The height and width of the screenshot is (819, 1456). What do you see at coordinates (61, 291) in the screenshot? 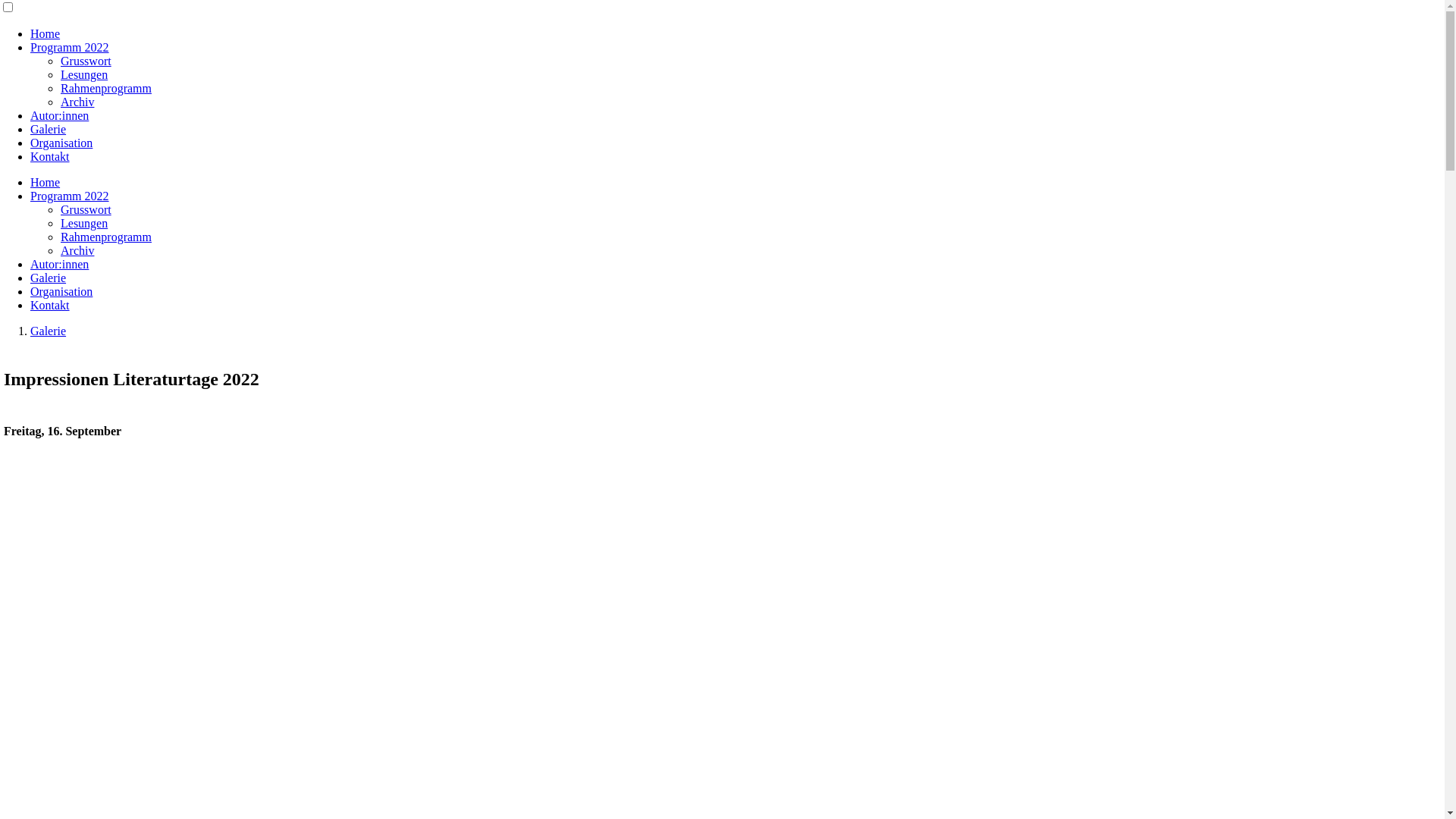
I see `'Organisation'` at bounding box center [61, 291].